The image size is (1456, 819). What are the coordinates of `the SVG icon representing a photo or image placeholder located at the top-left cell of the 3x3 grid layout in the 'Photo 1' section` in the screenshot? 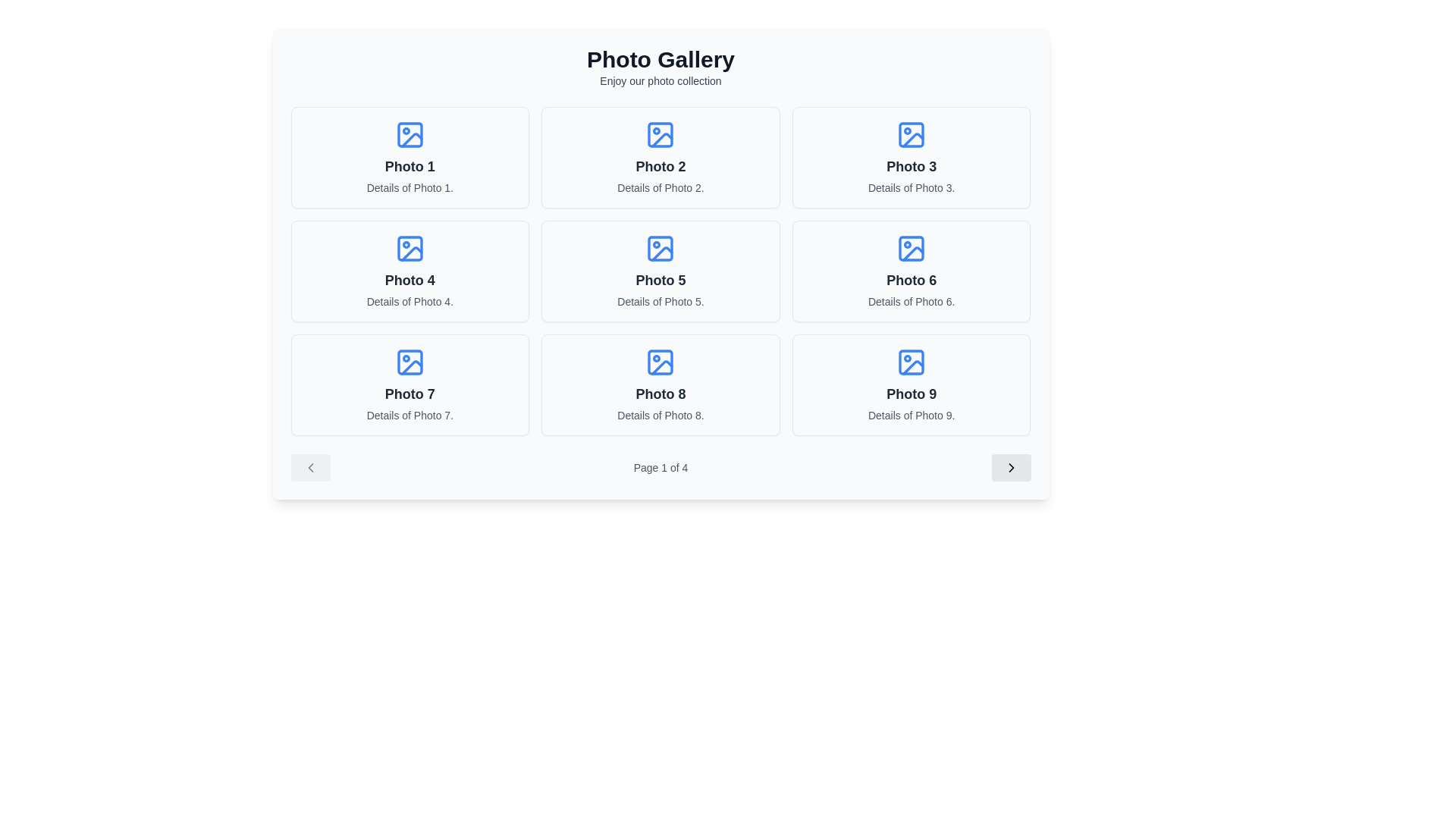 It's located at (409, 133).